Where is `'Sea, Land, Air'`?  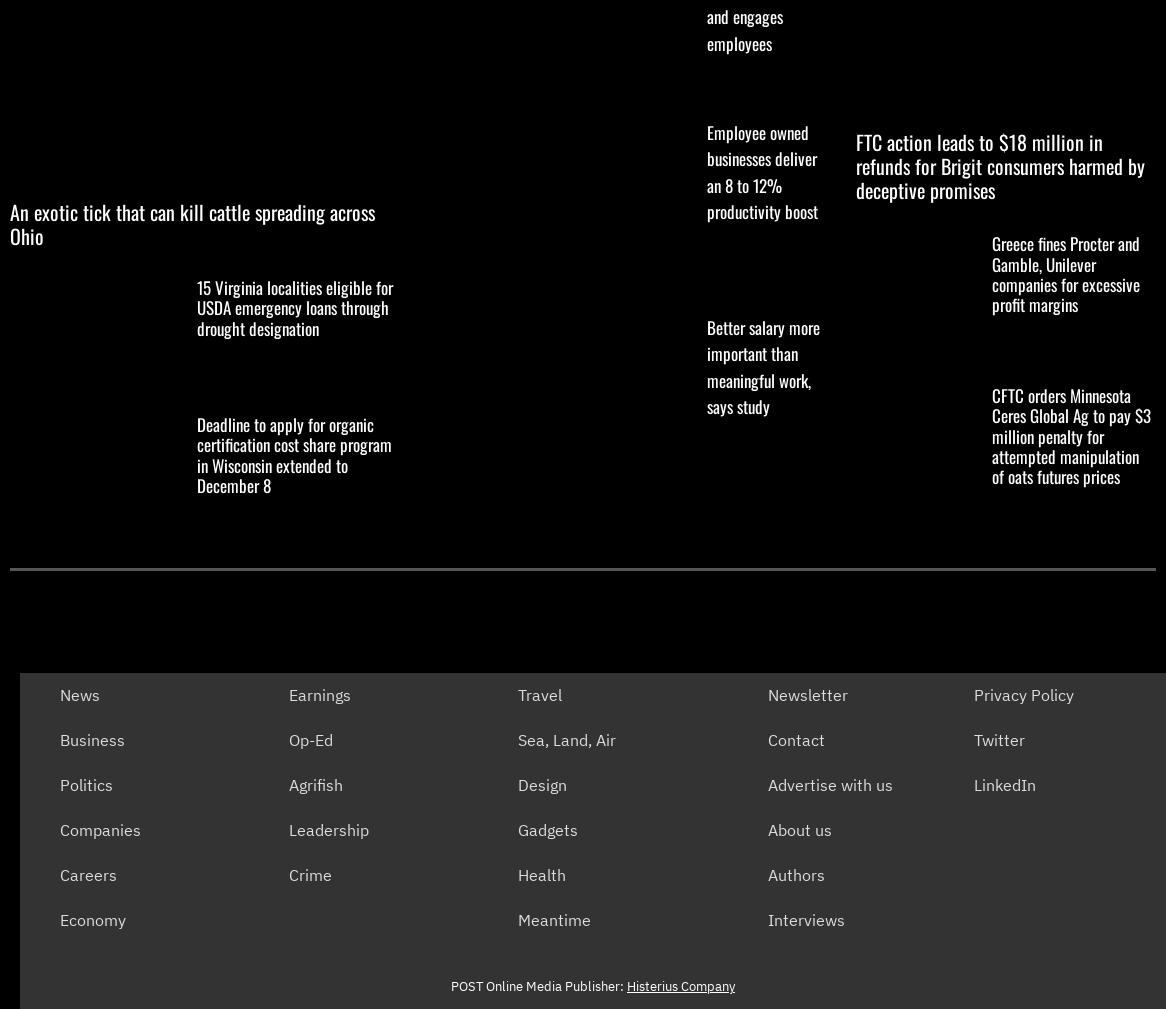 'Sea, Land, Air' is located at coordinates (566, 740).